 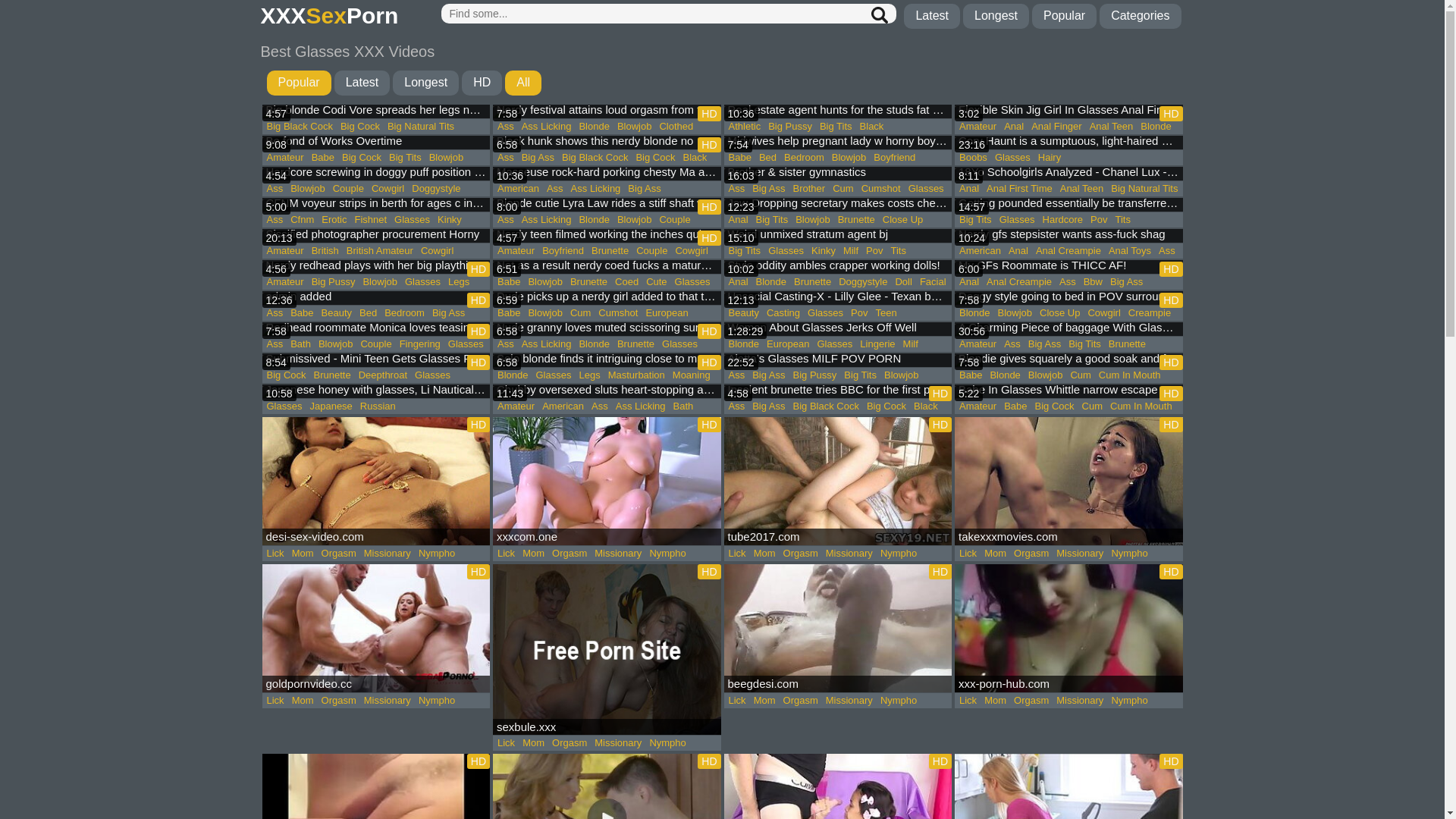 I want to click on 'Big Tits', so click(x=405, y=158).